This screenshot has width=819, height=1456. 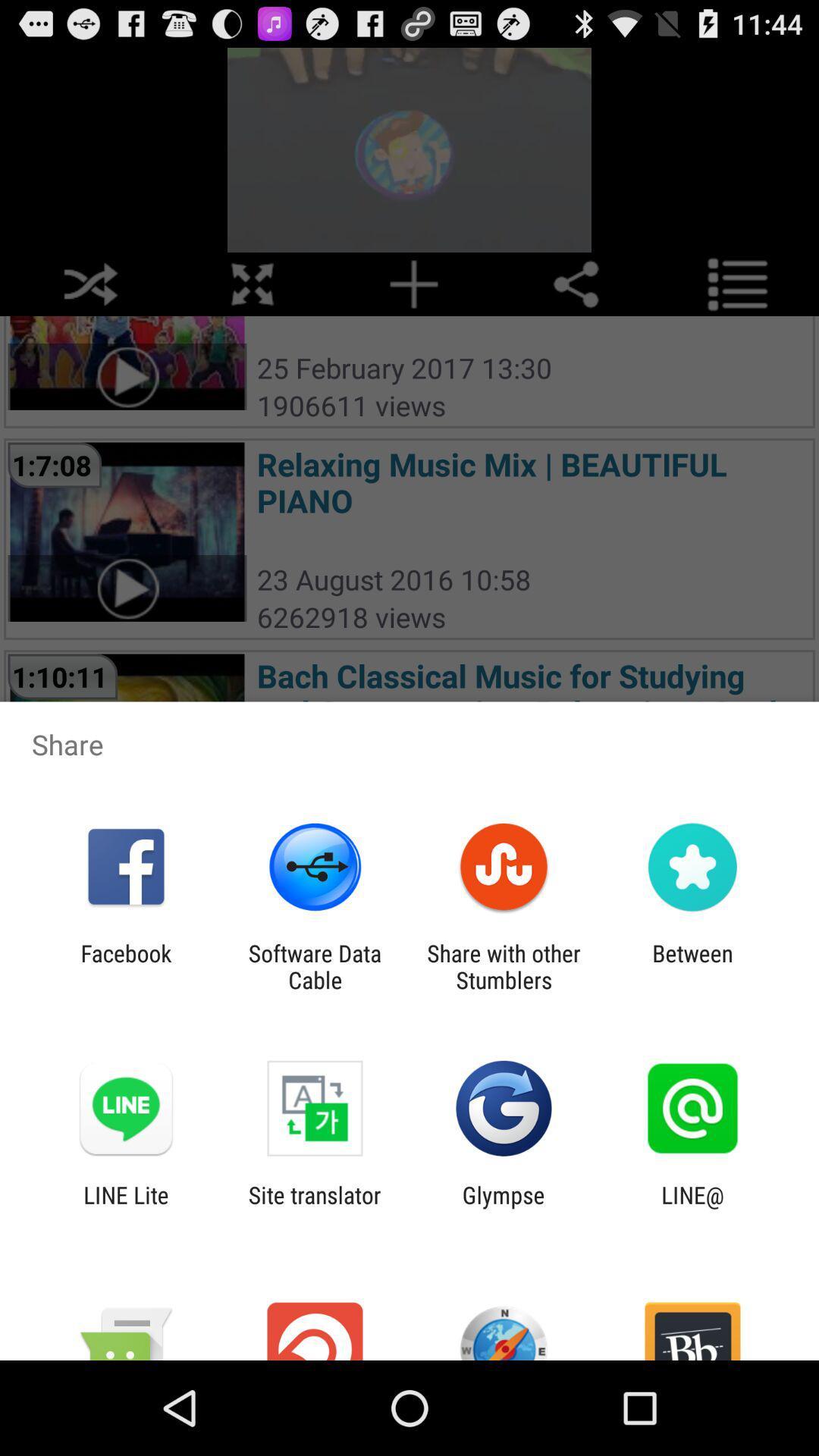 What do you see at coordinates (504, 1207) in the screenshot?
I see `the item to the right of the site translator app` at bounding box center [504, 1207].